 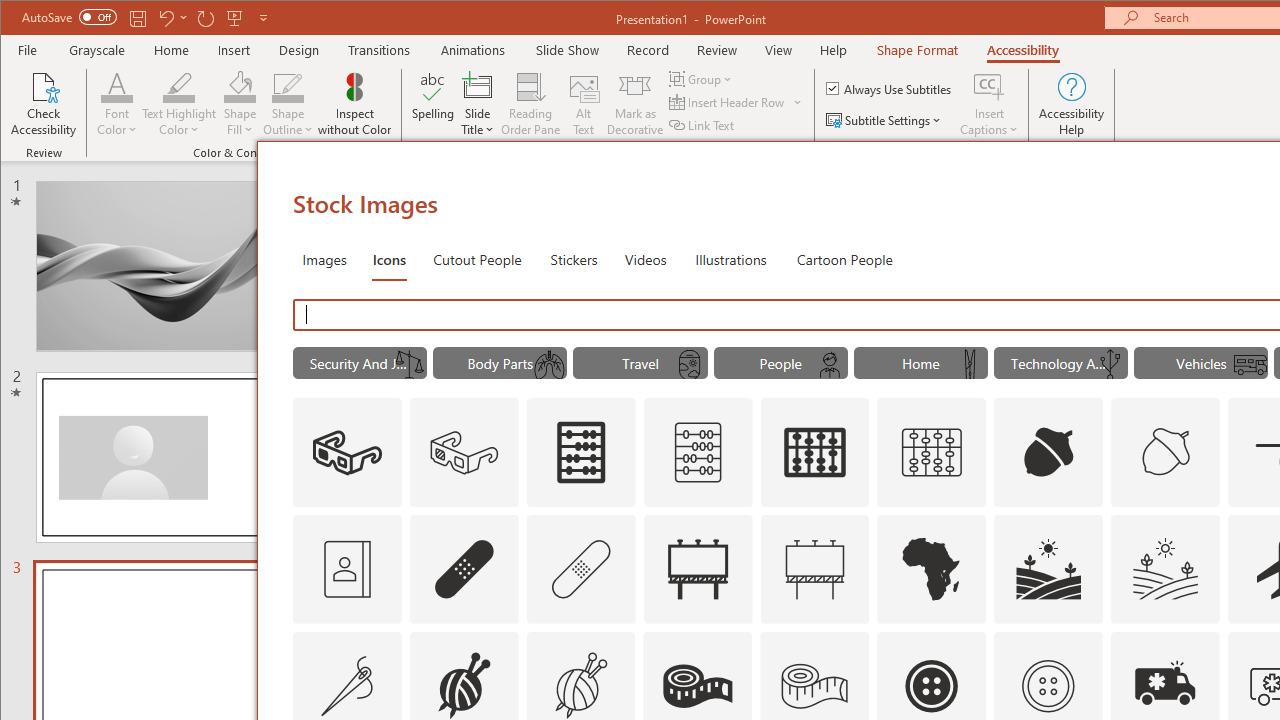 What do you see at coordinates (44, 104) in the screenshot?
I see `'Check Accessibility'` at bounding box center [44, 104].